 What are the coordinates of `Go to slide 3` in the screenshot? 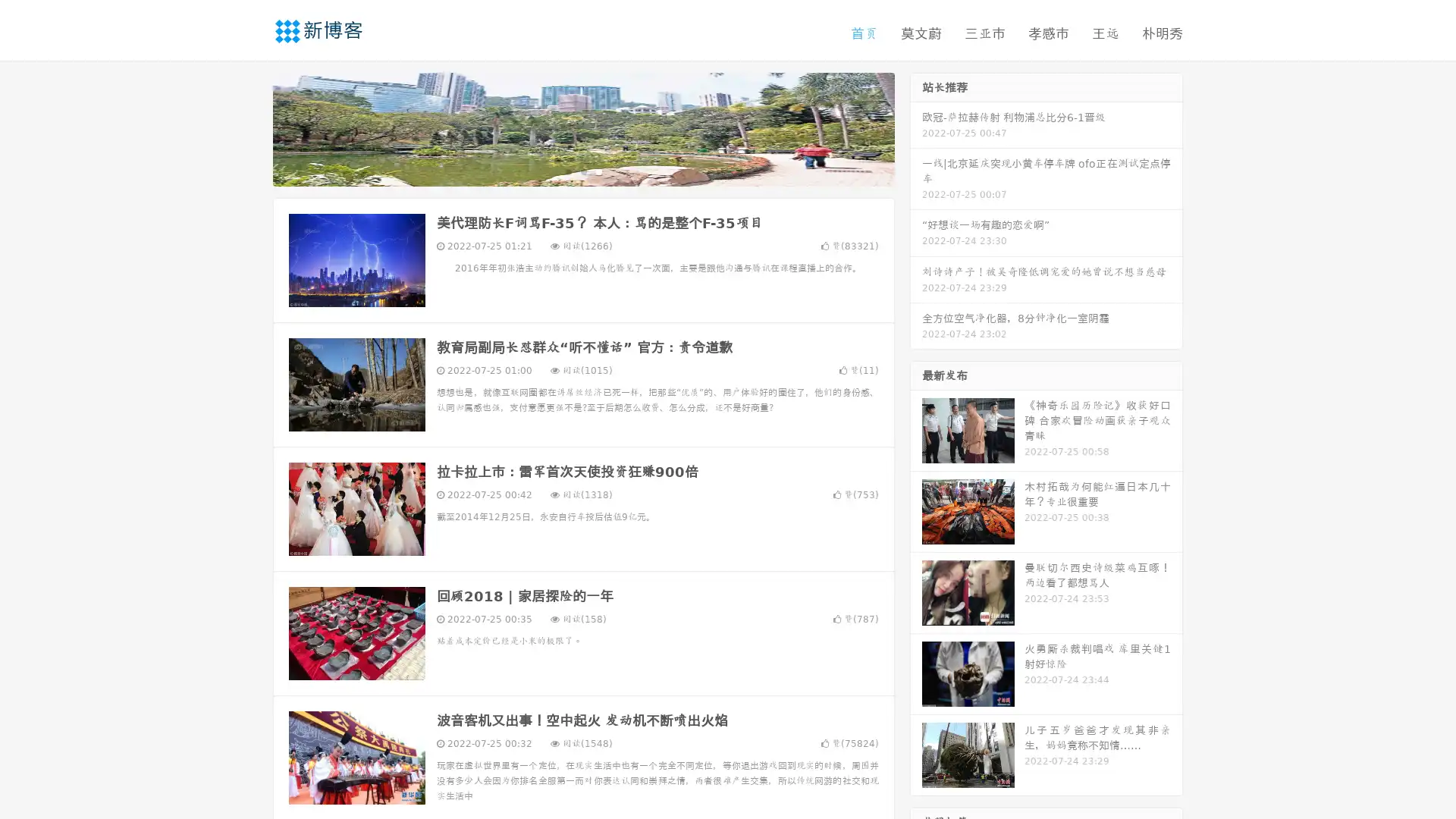 It's located at (598, 171).